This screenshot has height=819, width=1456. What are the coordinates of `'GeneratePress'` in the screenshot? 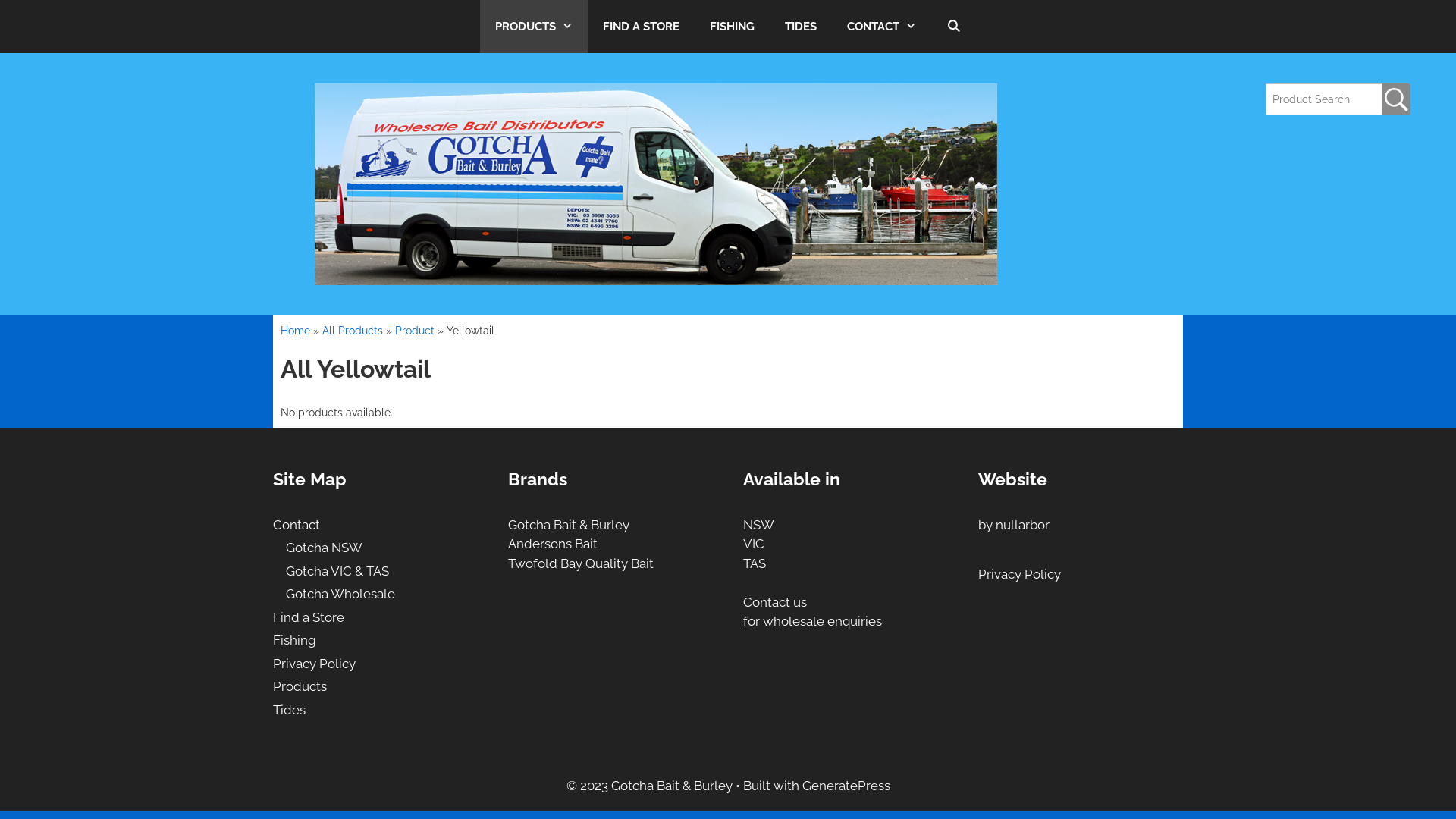 It's located at (846, 785).